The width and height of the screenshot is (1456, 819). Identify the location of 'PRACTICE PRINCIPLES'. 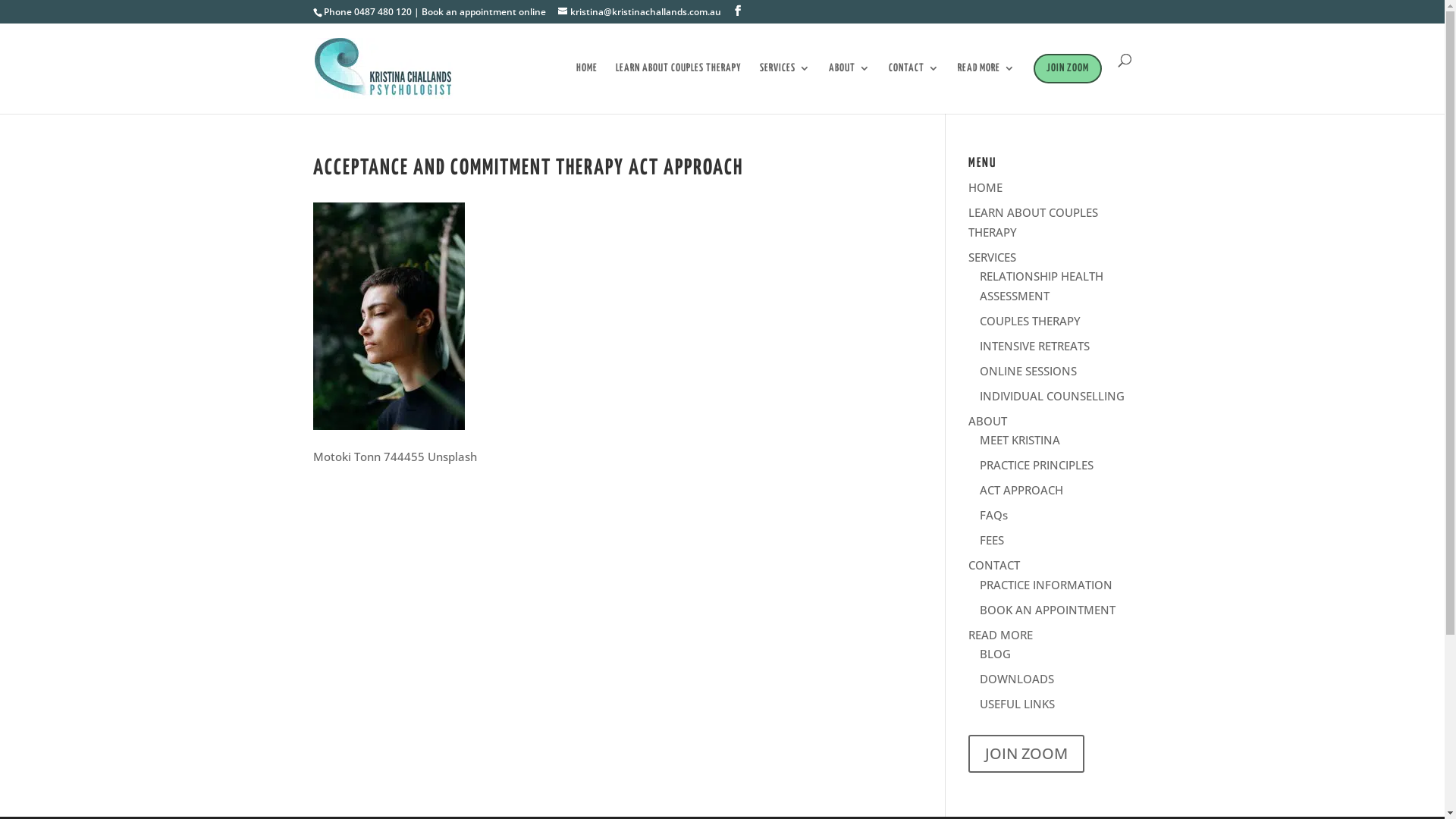
(1036, 464).